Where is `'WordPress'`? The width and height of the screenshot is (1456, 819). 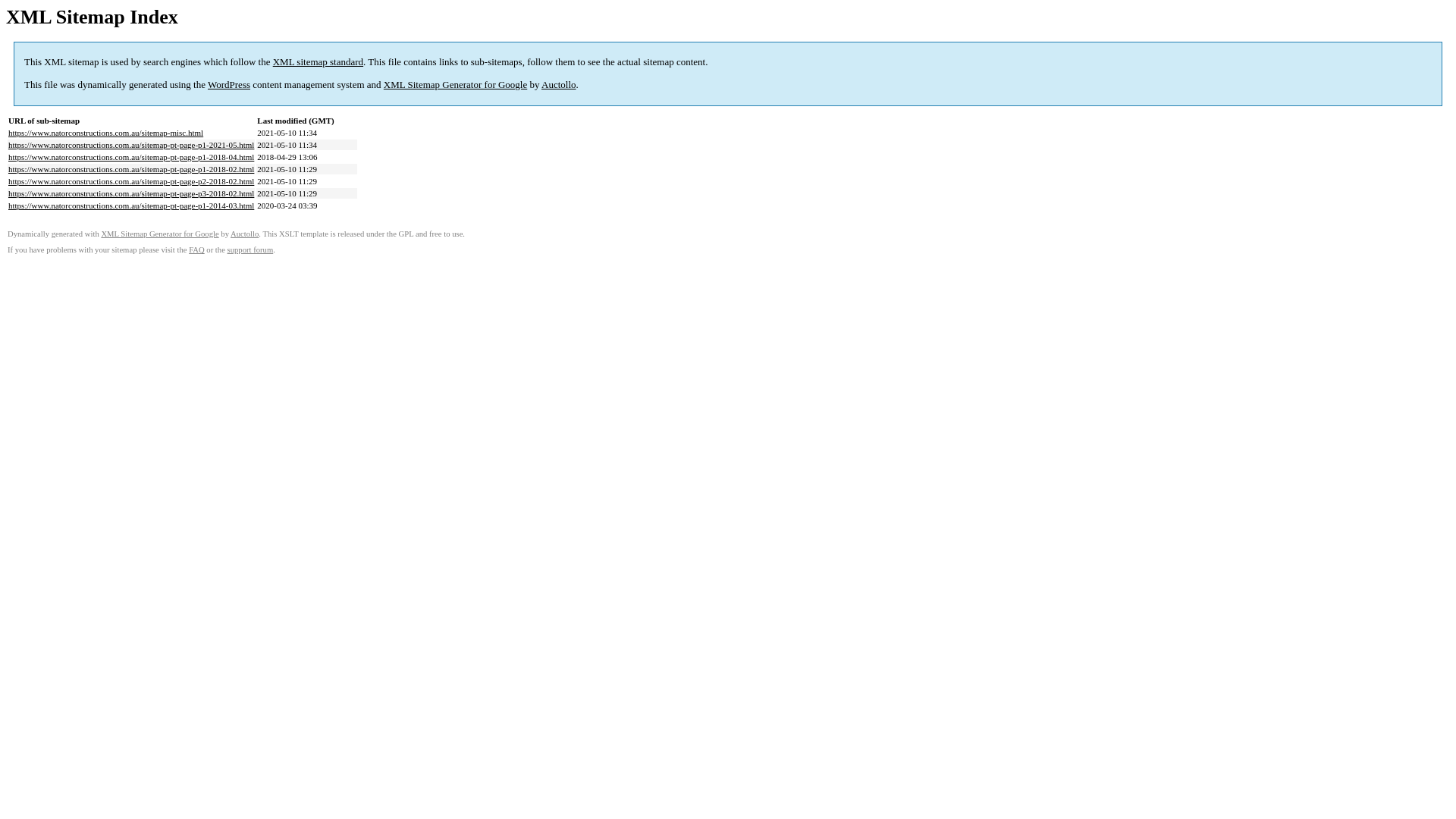 'WordPress' is located at coordinates (228, 84).